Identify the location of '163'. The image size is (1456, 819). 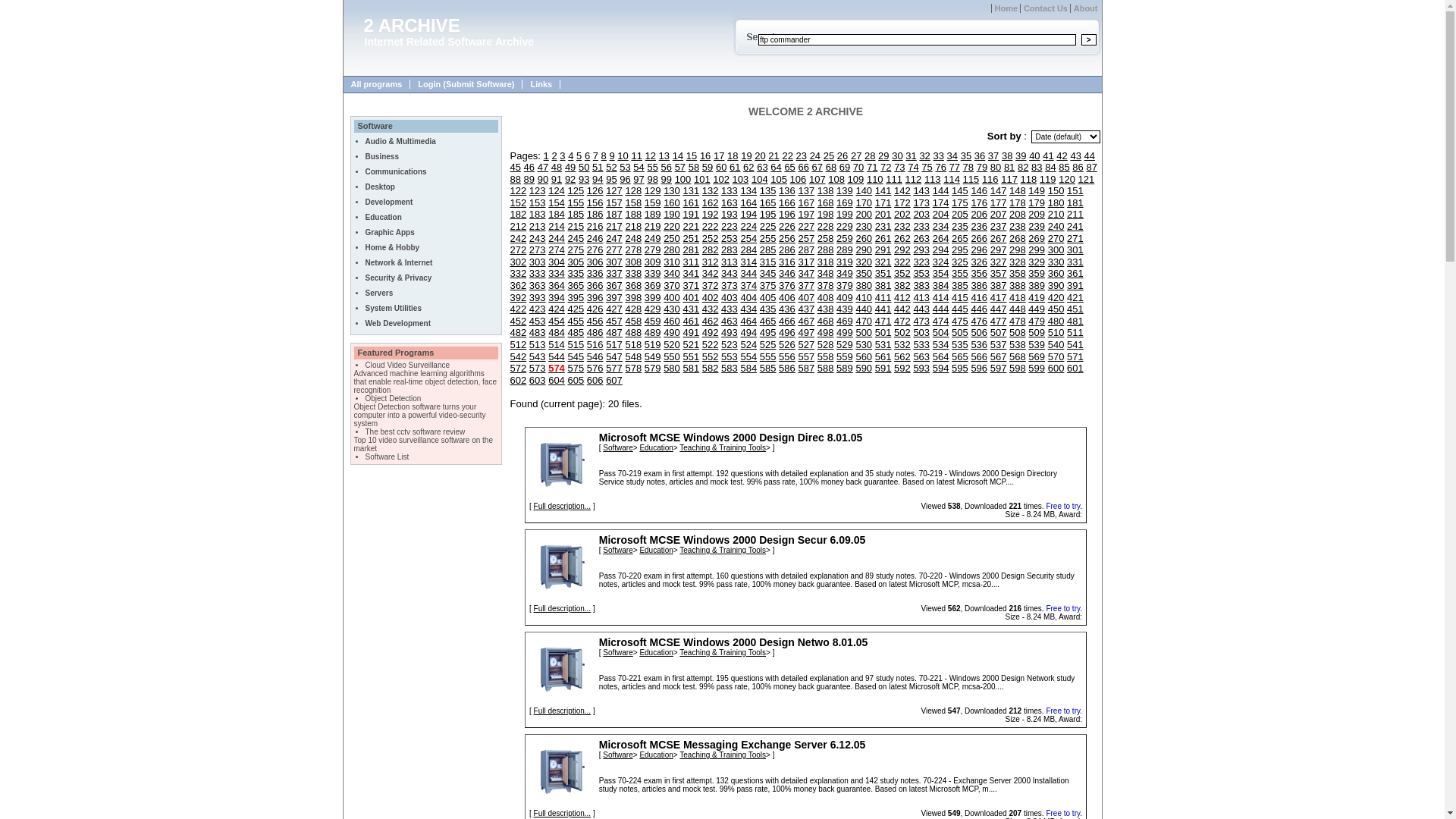
(729, 202).